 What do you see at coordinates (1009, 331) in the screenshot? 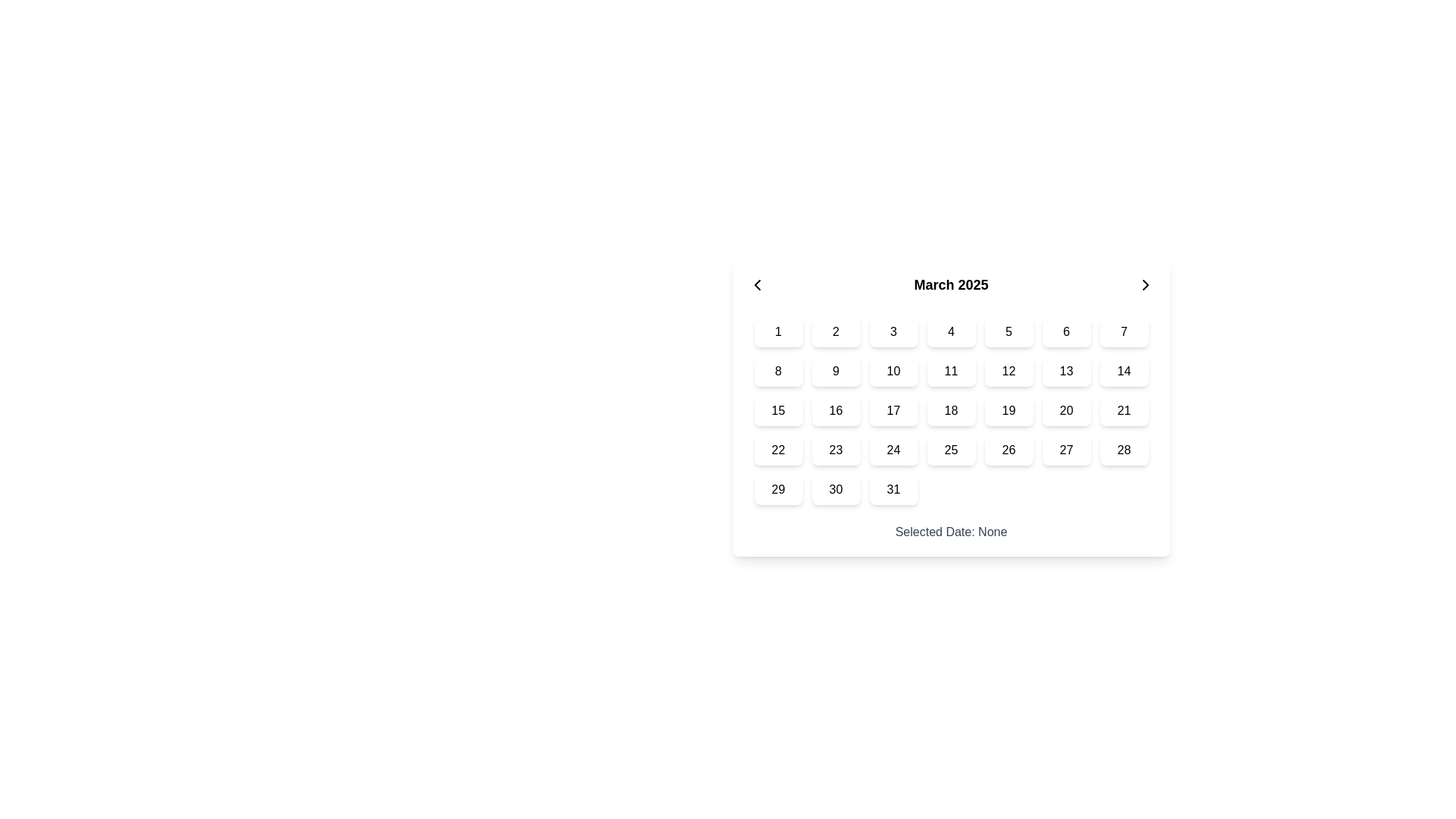
I see `the button that marks the specific date in the calendar grid, located in the fifth cell of the first row under 'March 2025'` at bounding box center [1009, 331].